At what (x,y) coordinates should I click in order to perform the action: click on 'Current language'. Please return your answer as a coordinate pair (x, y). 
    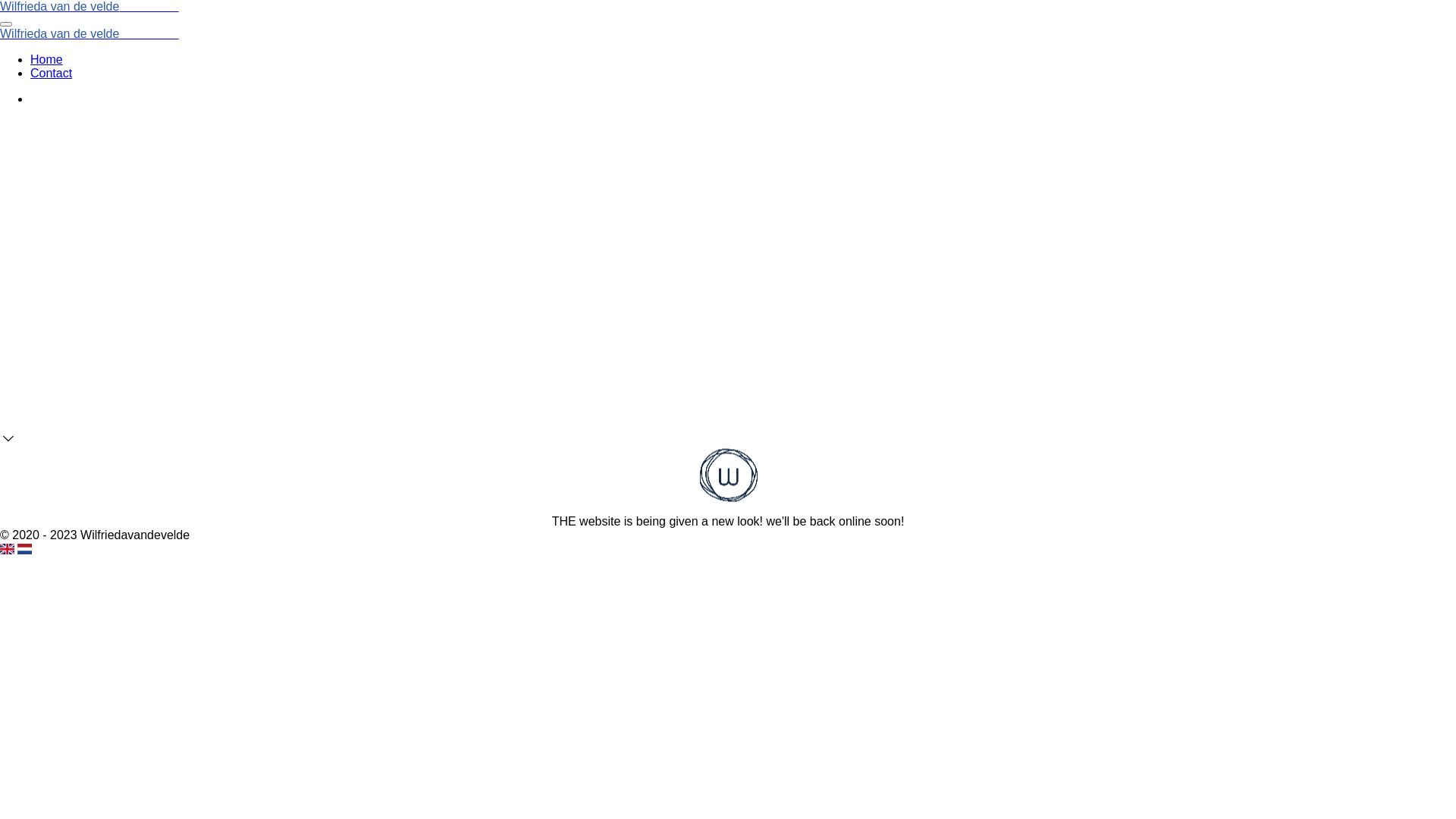
    Looking at the image, I should click on (7, 549).